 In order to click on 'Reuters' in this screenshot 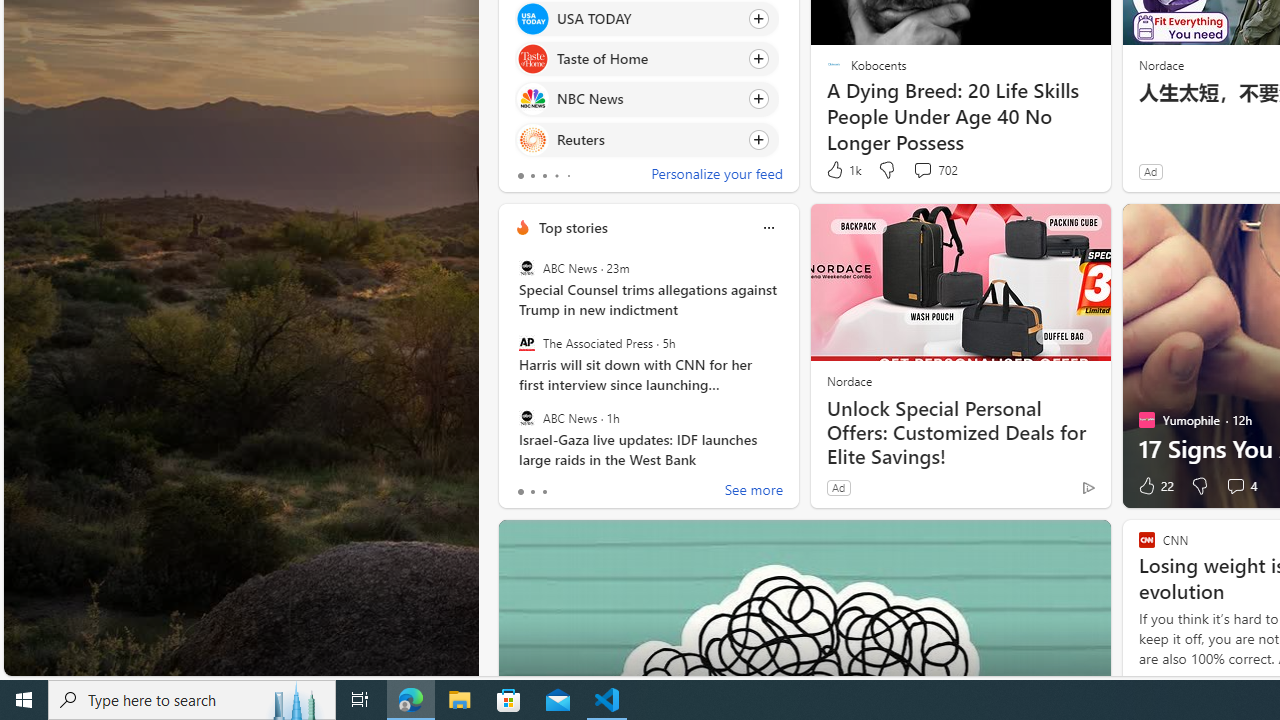, I will do `click(532, 138)`.